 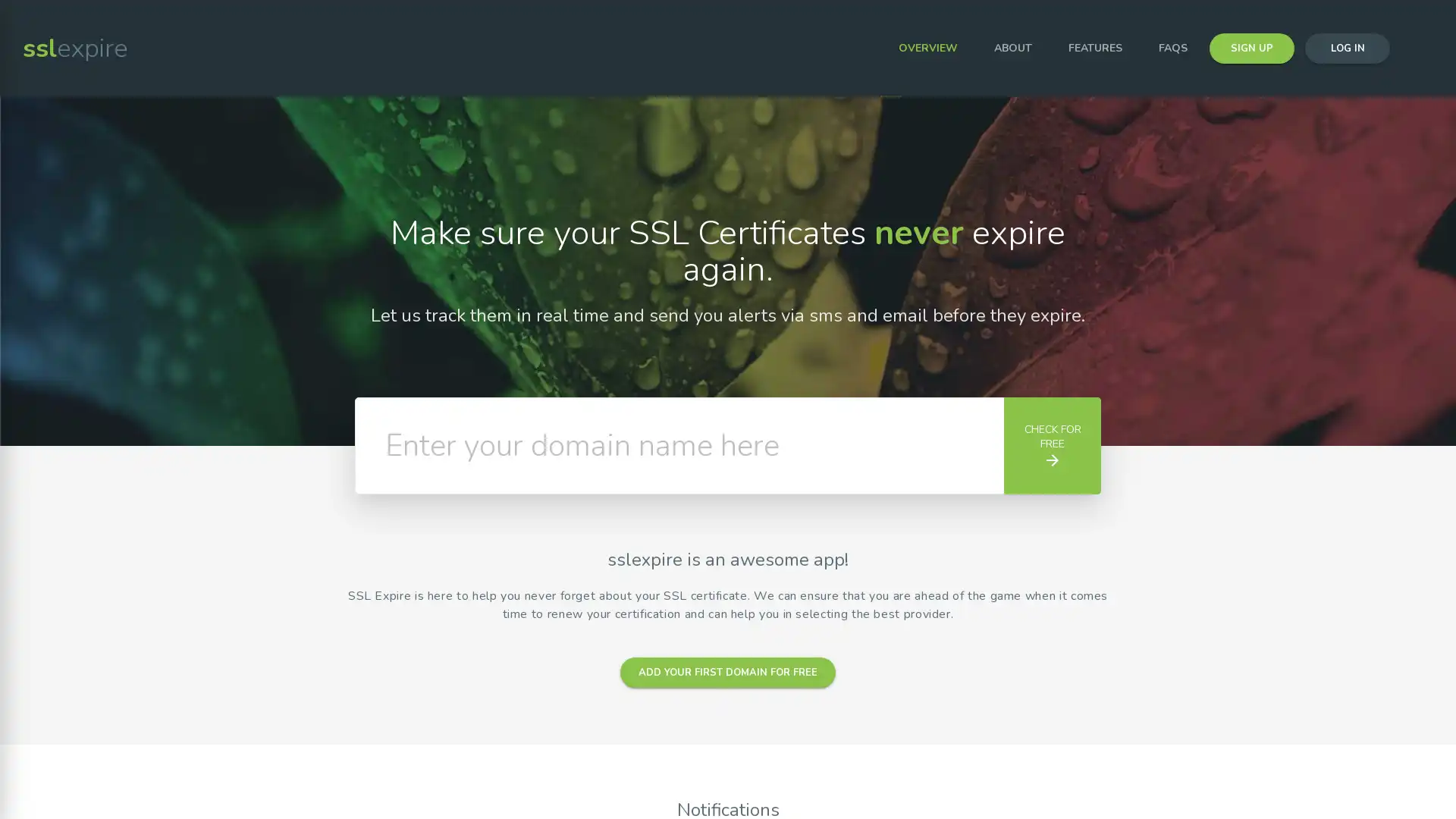 What do you see at coordinates (1051, 444) in the screenshot?
I see `CHECK FOR FREE arrow_forward` at bounding box center [1051, 444].